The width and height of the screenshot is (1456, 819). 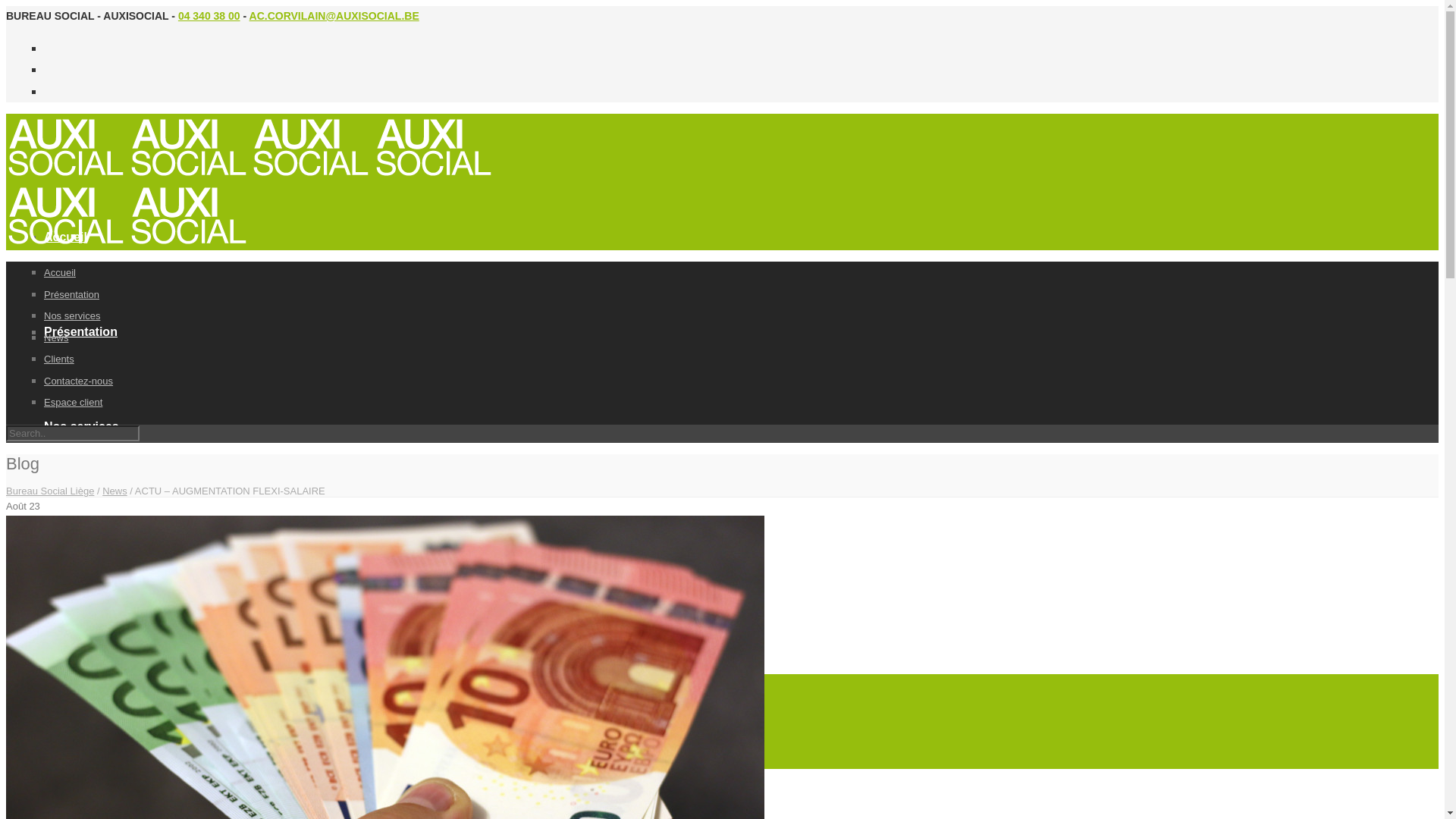 What do you see at coordinates (80, 426) in the screenshot?
I see `'Nos services'` at bounding box center [80, 426].